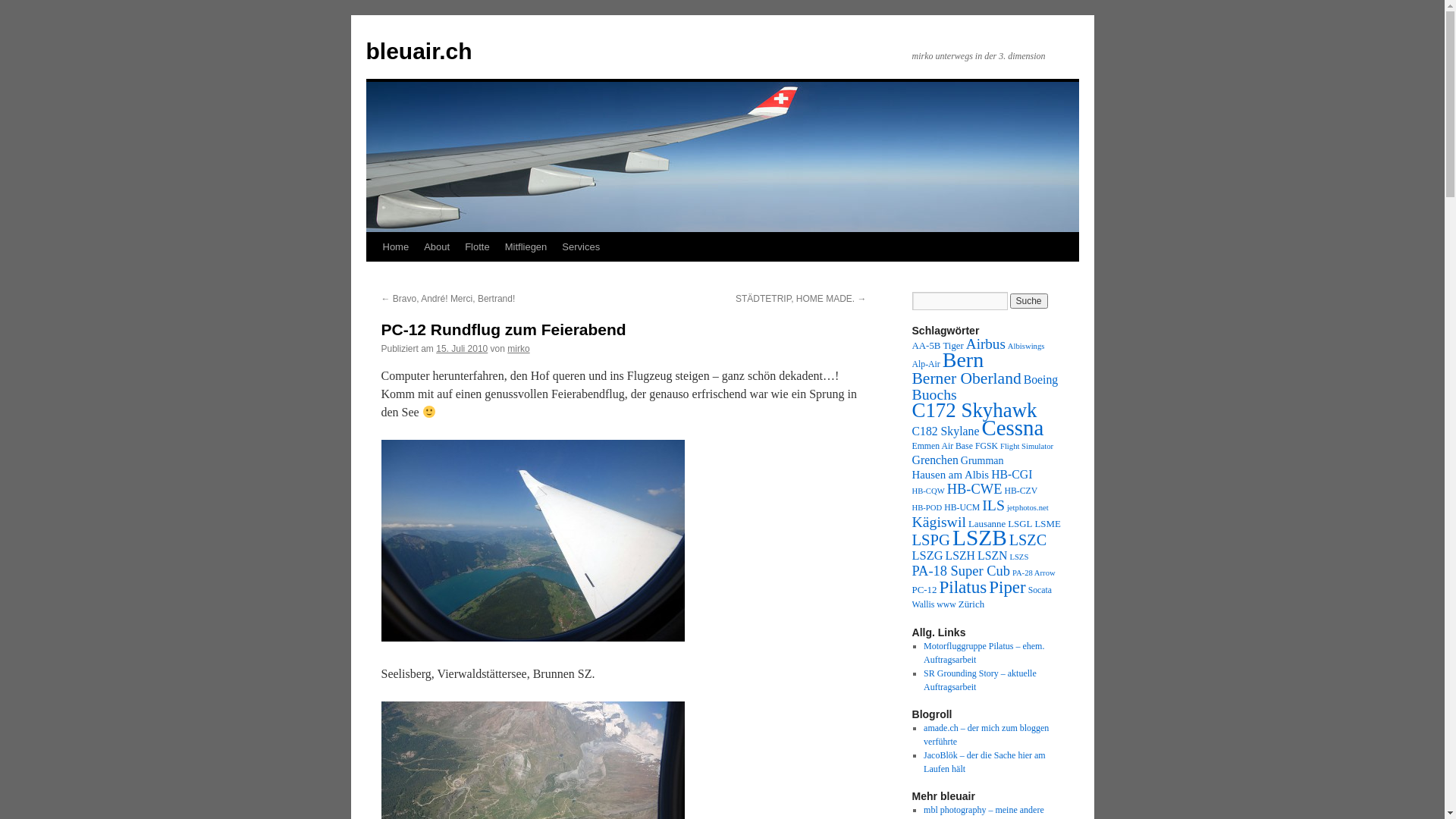 Image resolution: width=1456 pixels, height=819 pixels. What do you see at coordinates (937, 345) in the screenshot?
I see `'AA-5B Tiger'` at bounding box center [937, 345].